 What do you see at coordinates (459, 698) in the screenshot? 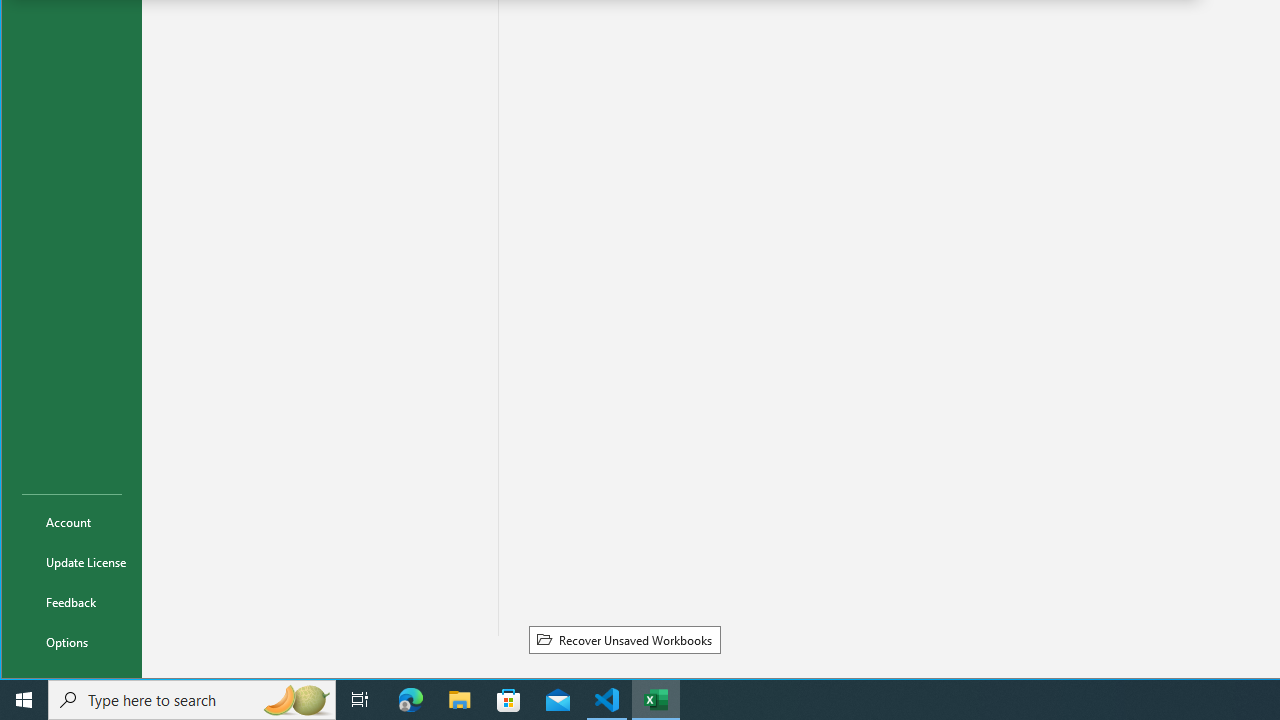
I see `'File Explorer'` at bounding box center [459, 698].